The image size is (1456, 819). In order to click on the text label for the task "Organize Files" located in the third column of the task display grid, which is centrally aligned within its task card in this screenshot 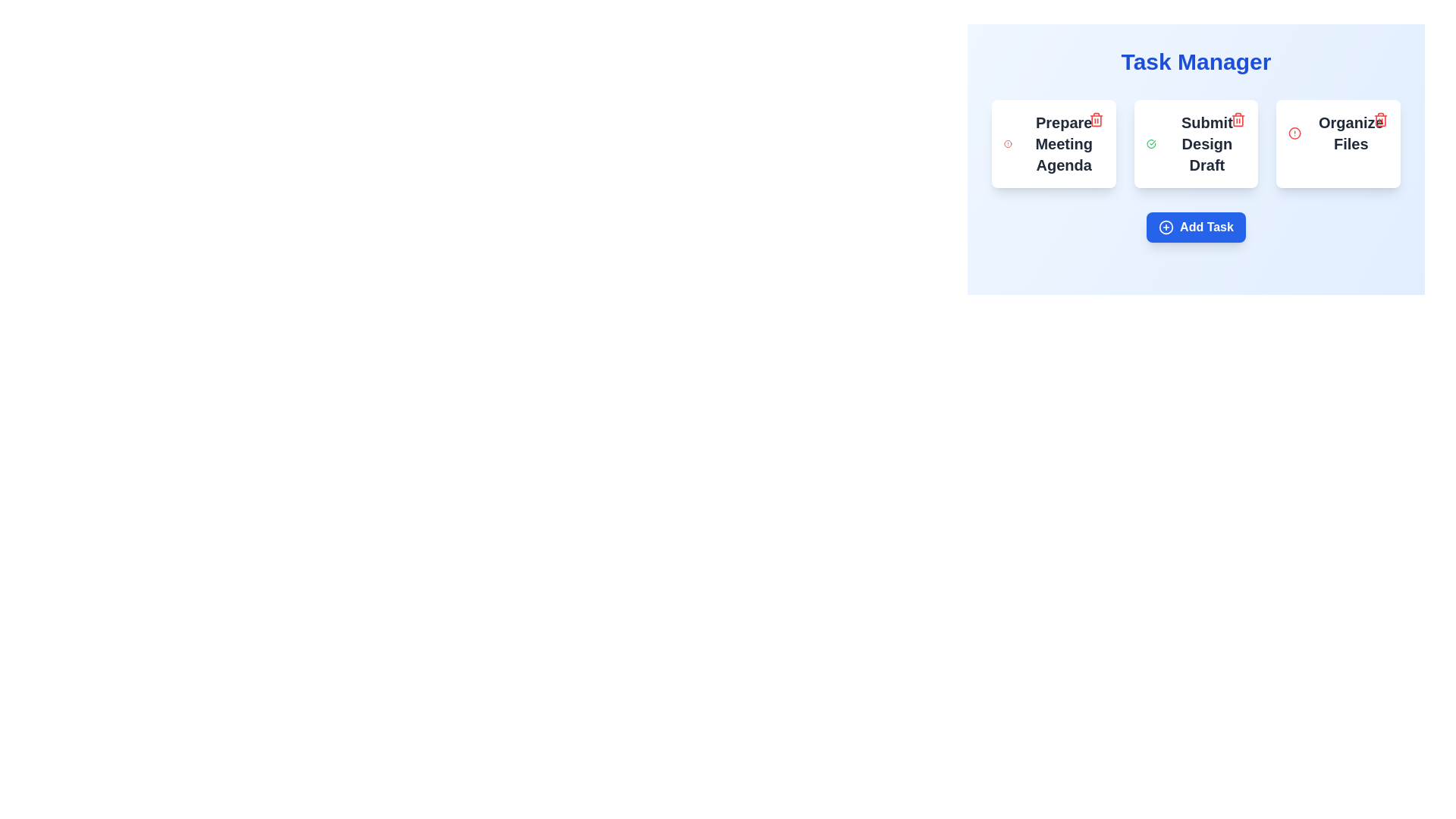, I will do `click(1351, 133)`.